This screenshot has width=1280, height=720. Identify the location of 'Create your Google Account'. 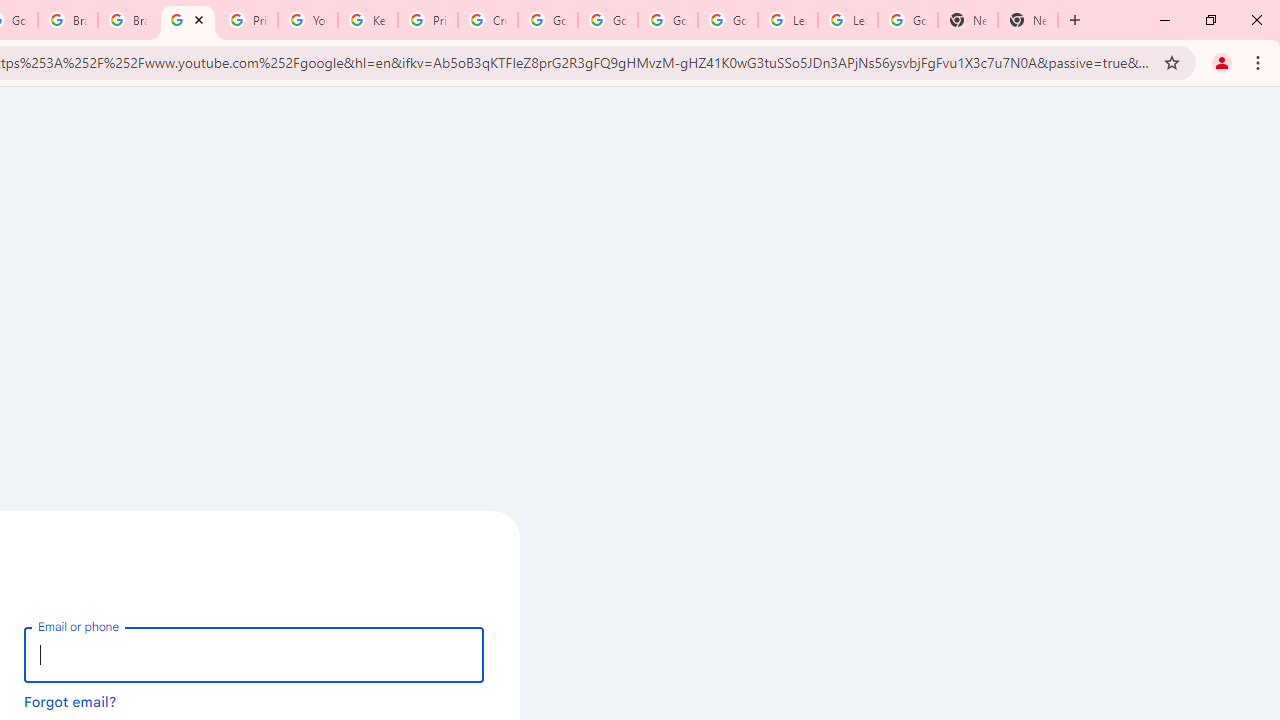
(488, 20).